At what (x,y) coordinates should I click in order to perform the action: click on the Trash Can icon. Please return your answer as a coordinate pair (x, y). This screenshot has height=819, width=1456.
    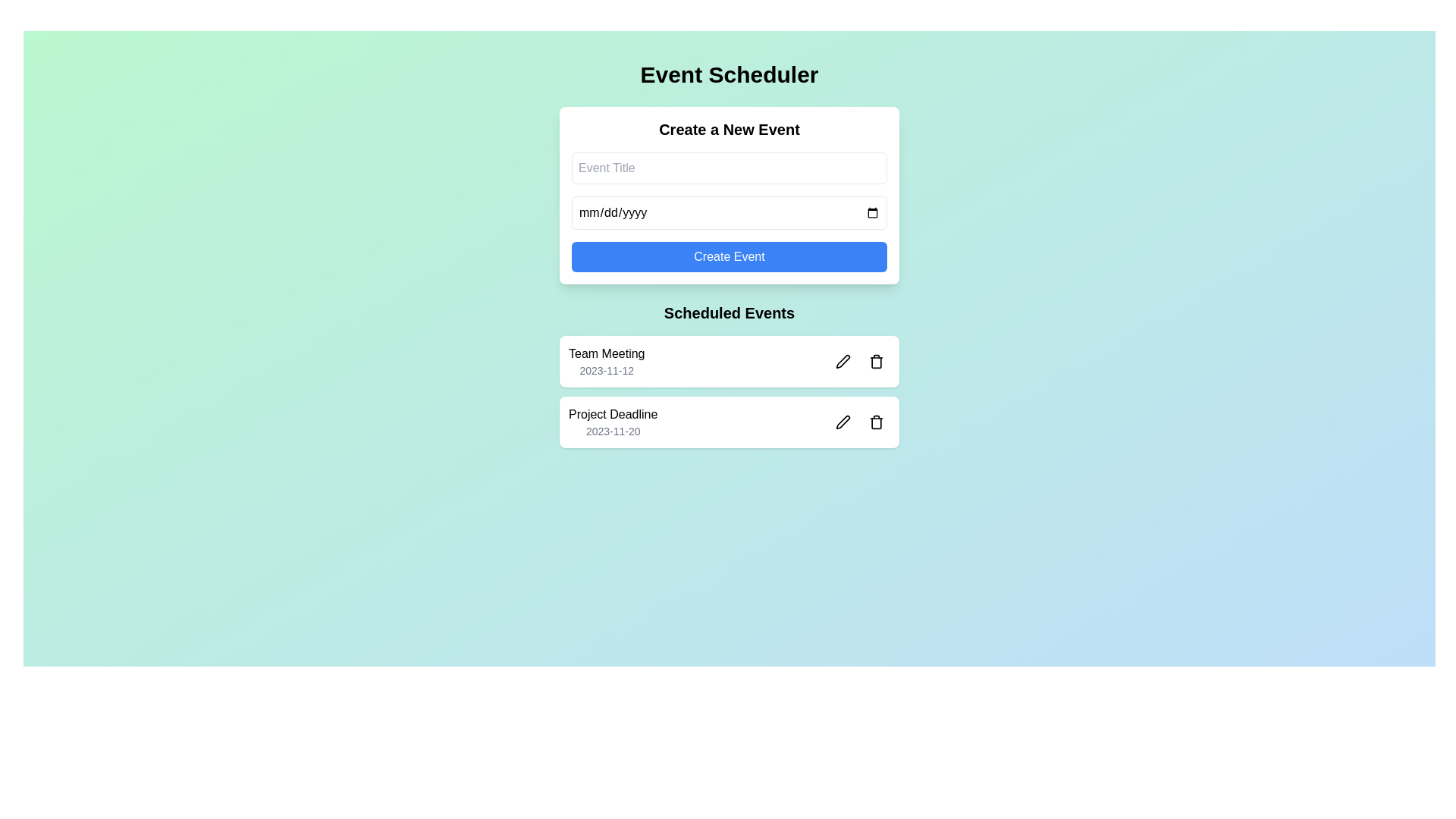
    Looking at the image, I should click on (877, 422).